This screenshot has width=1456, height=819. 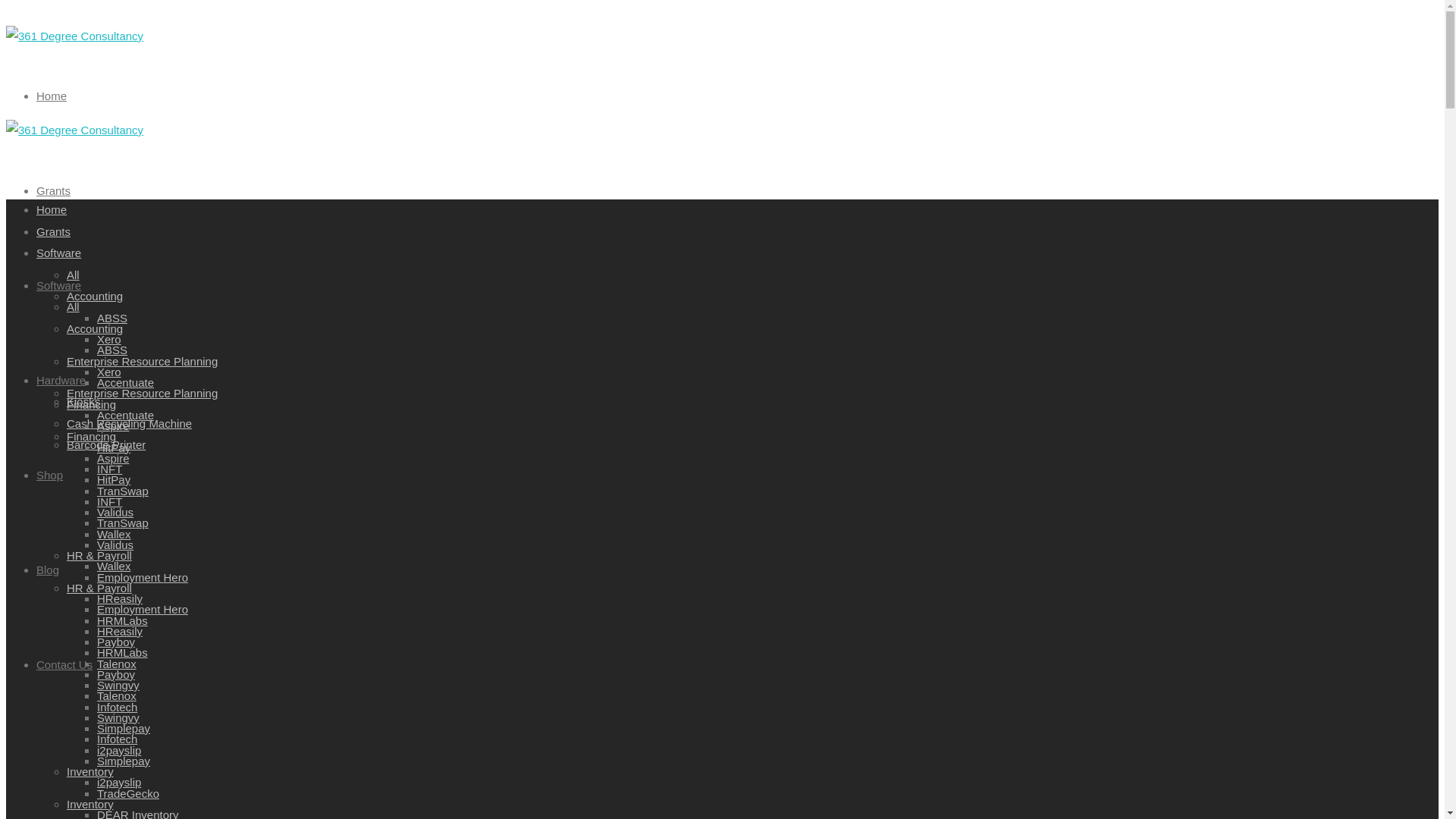 I want to click on 'ABSS', so click(x=111, y=316).